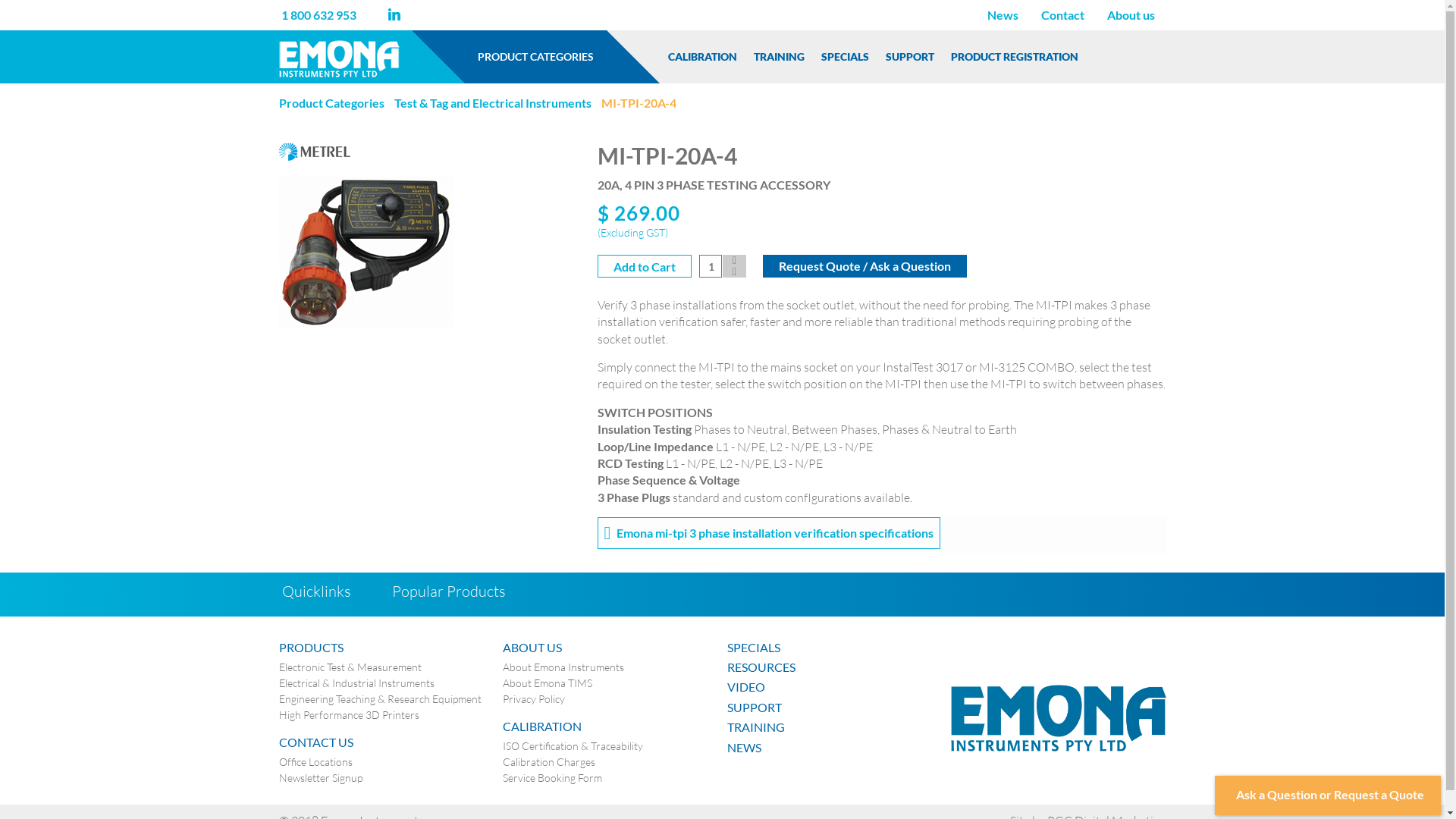 The width and height of the screenshot is (1456, 819). Describe the element at coordinates (502, 762) in the screenshot. I see `'Calibration Charges'` at that location.